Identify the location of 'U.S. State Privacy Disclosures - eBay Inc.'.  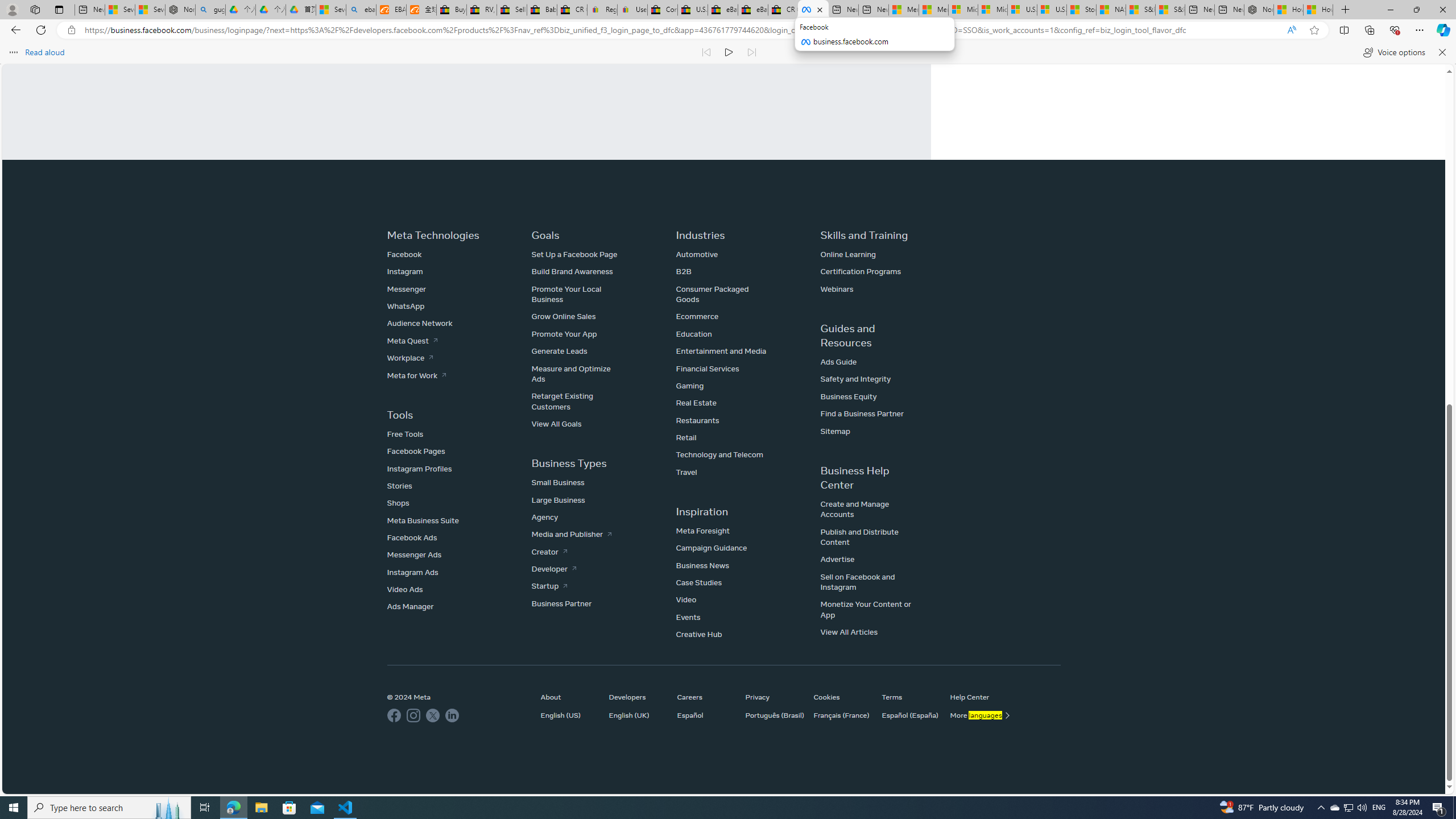
(692, 9).